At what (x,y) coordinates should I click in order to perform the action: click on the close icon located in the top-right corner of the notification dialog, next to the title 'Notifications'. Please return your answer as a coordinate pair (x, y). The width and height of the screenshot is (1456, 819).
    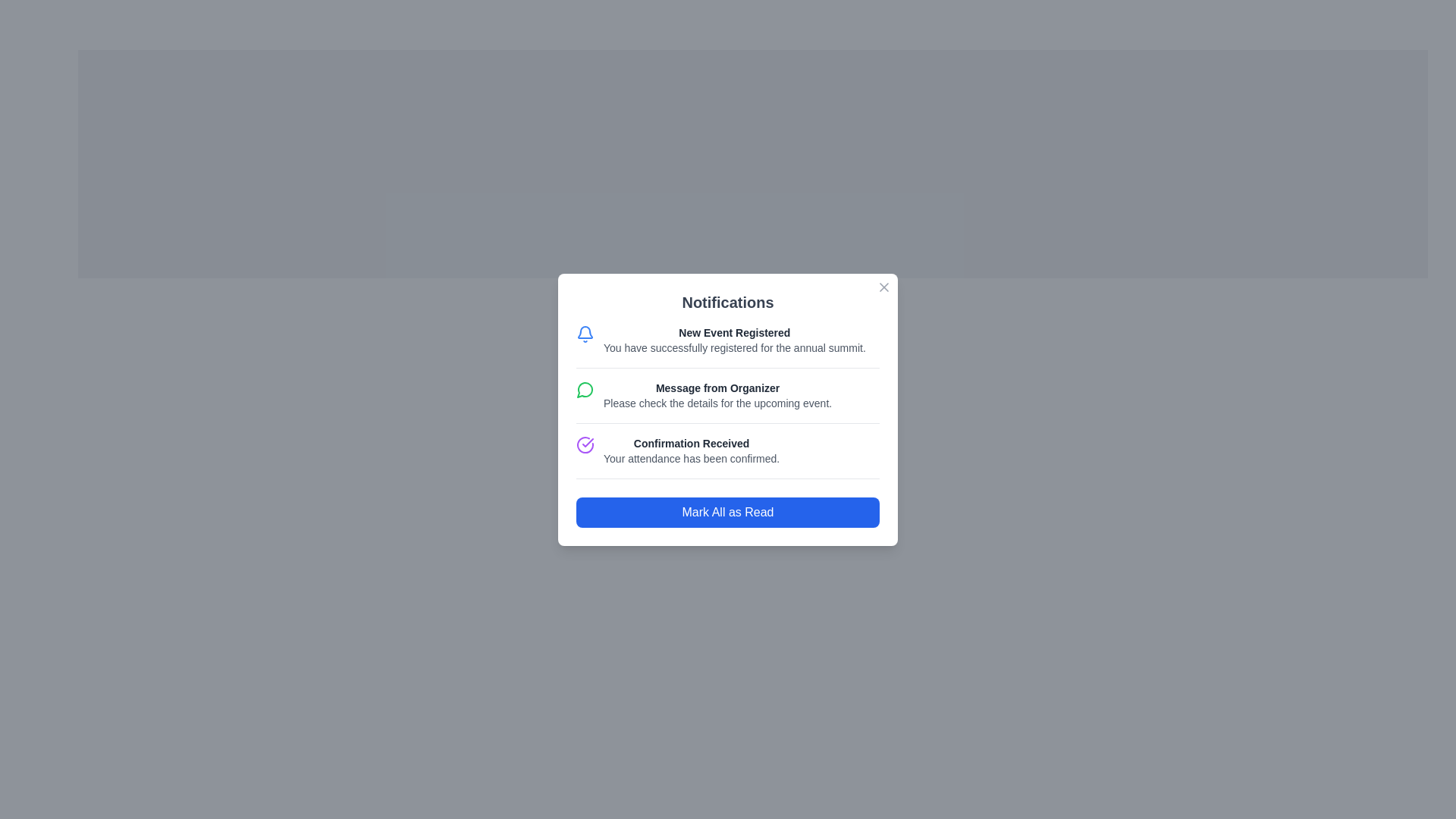
    Looking at the image, I should click on (884, 287).